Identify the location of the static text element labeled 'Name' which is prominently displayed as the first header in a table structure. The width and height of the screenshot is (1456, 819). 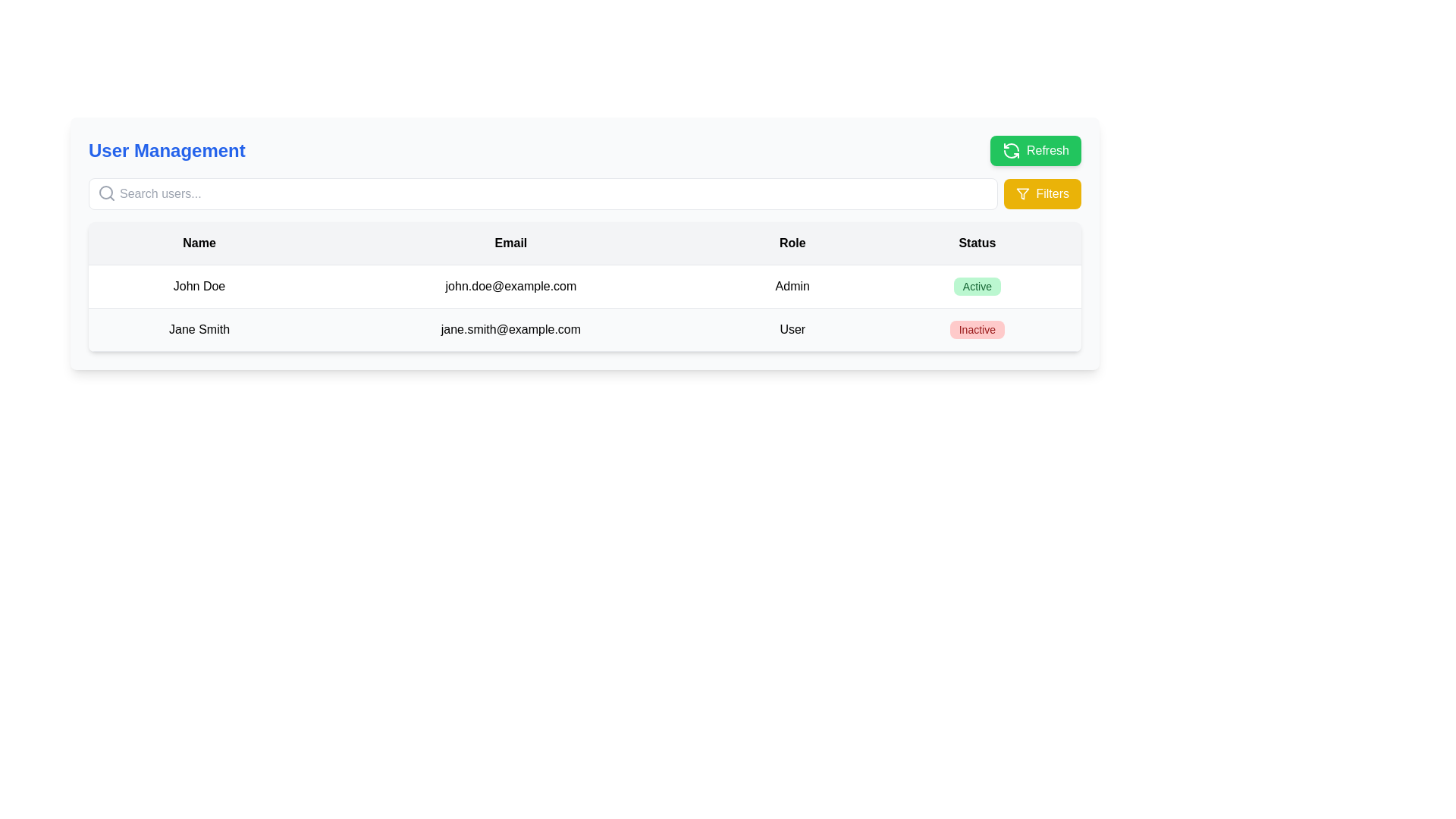
(199, 243).